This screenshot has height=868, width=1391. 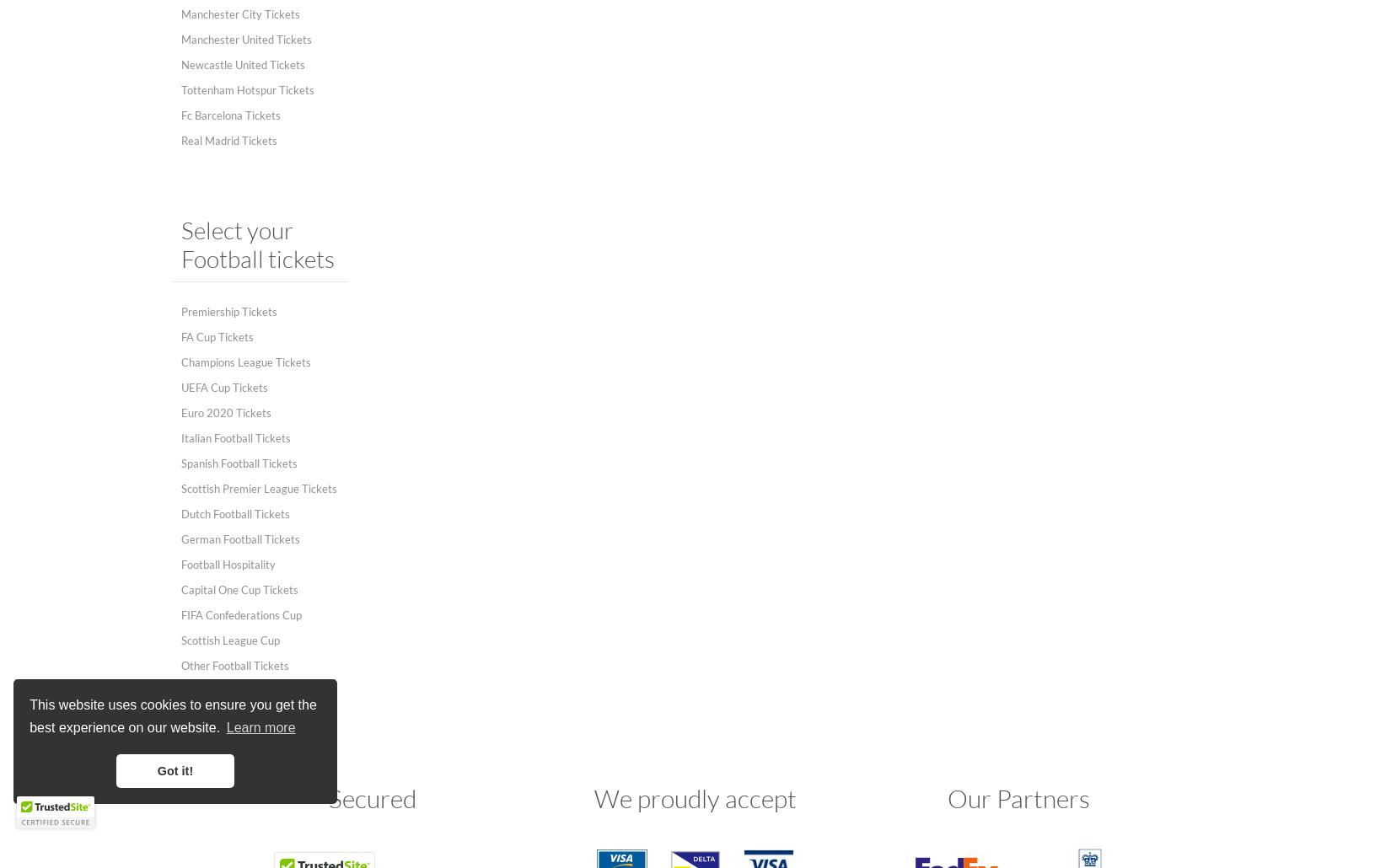 What do you see at coordinates (246, 39) in the screenshot?
I see `'Manchester United Tickets'` at bounding box center [246, 39].